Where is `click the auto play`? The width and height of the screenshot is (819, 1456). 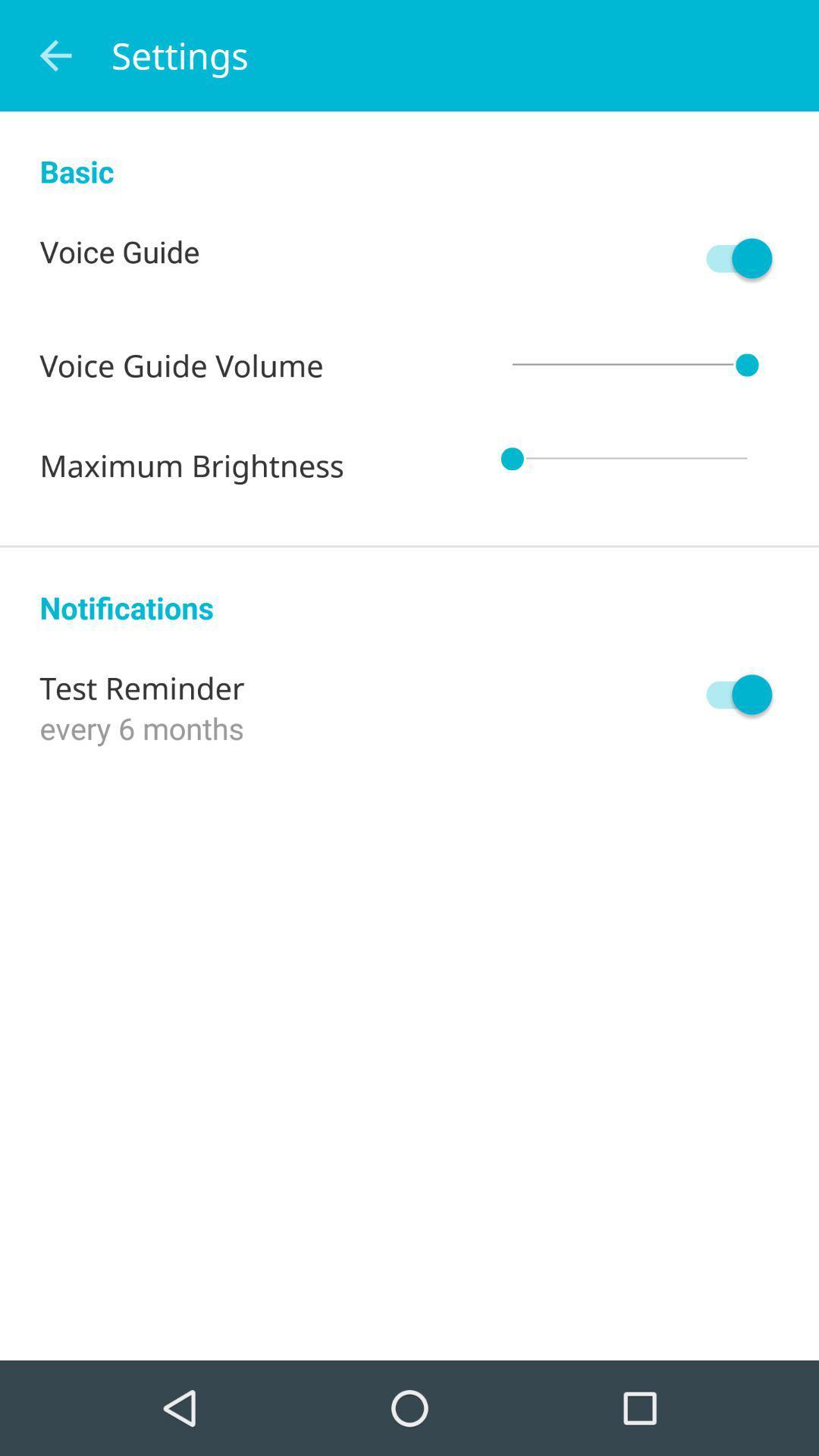 click the auto play is located at coordinates (731, 694).